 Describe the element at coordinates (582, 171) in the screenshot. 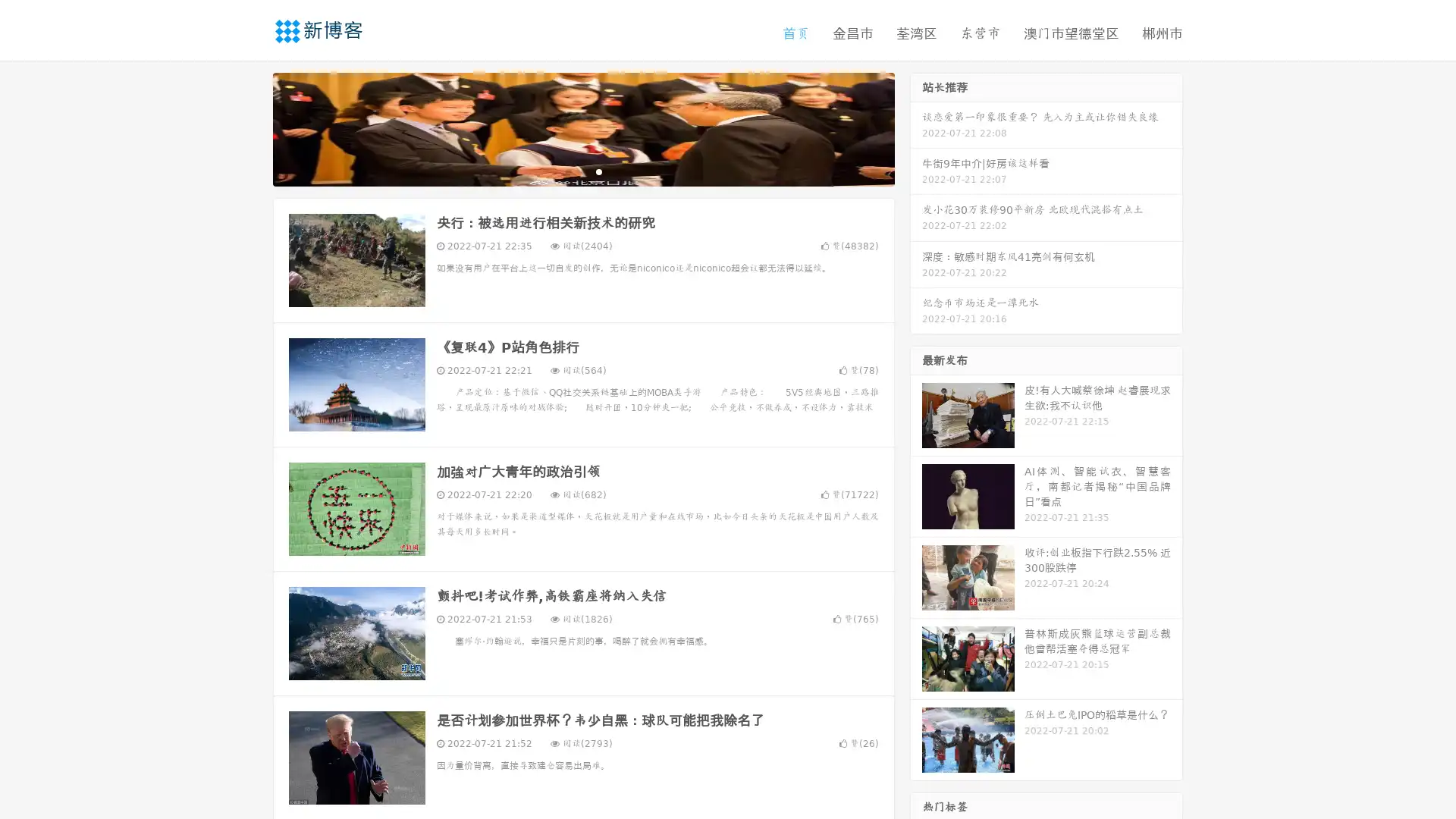

I see `Go to slide 2` at that location.